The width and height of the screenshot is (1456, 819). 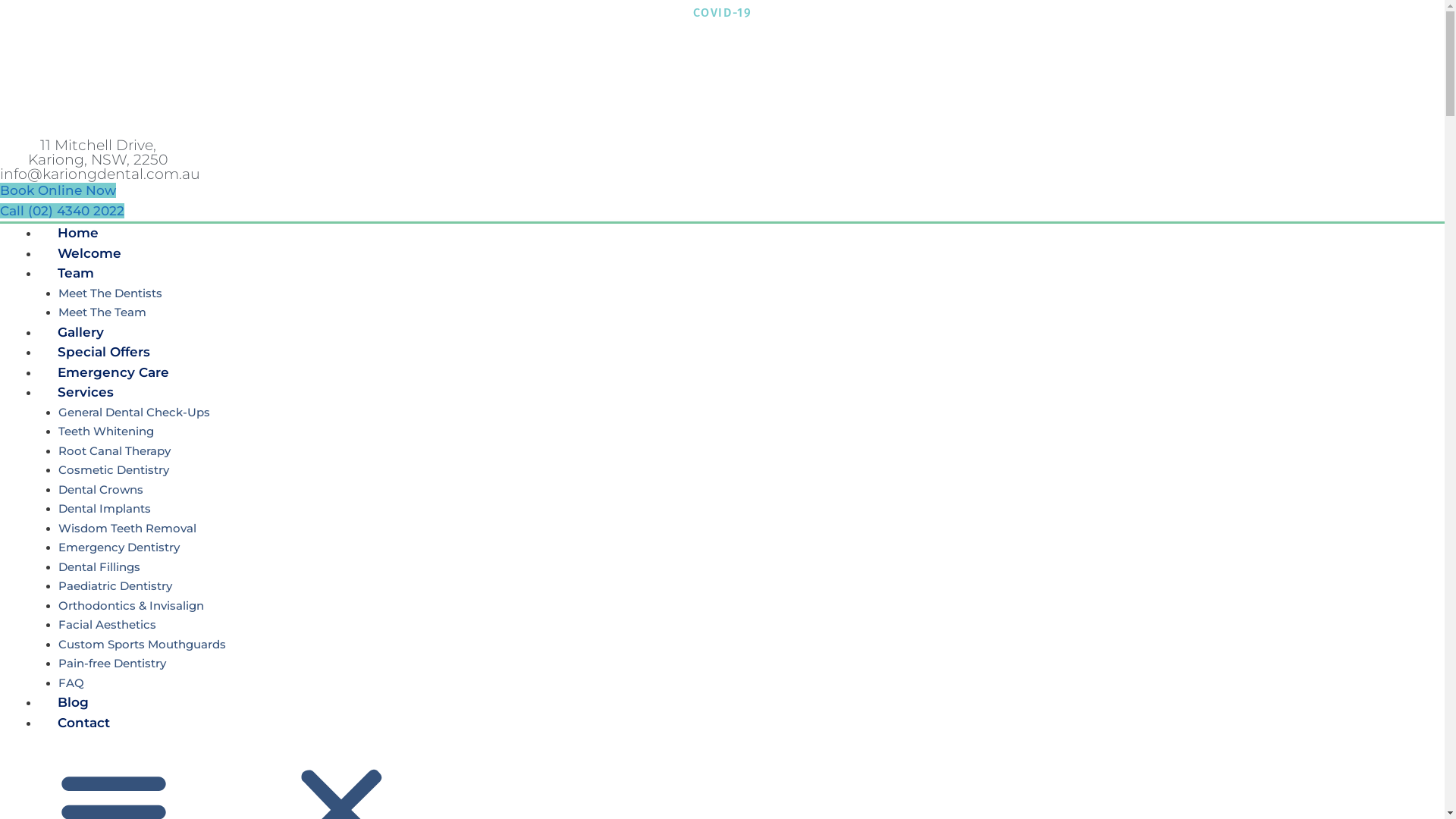 What do you see at coordinates (111, 662) in the screenshot?
I see `'Pain-free Dentistry'` at bounding box center [111, 662].